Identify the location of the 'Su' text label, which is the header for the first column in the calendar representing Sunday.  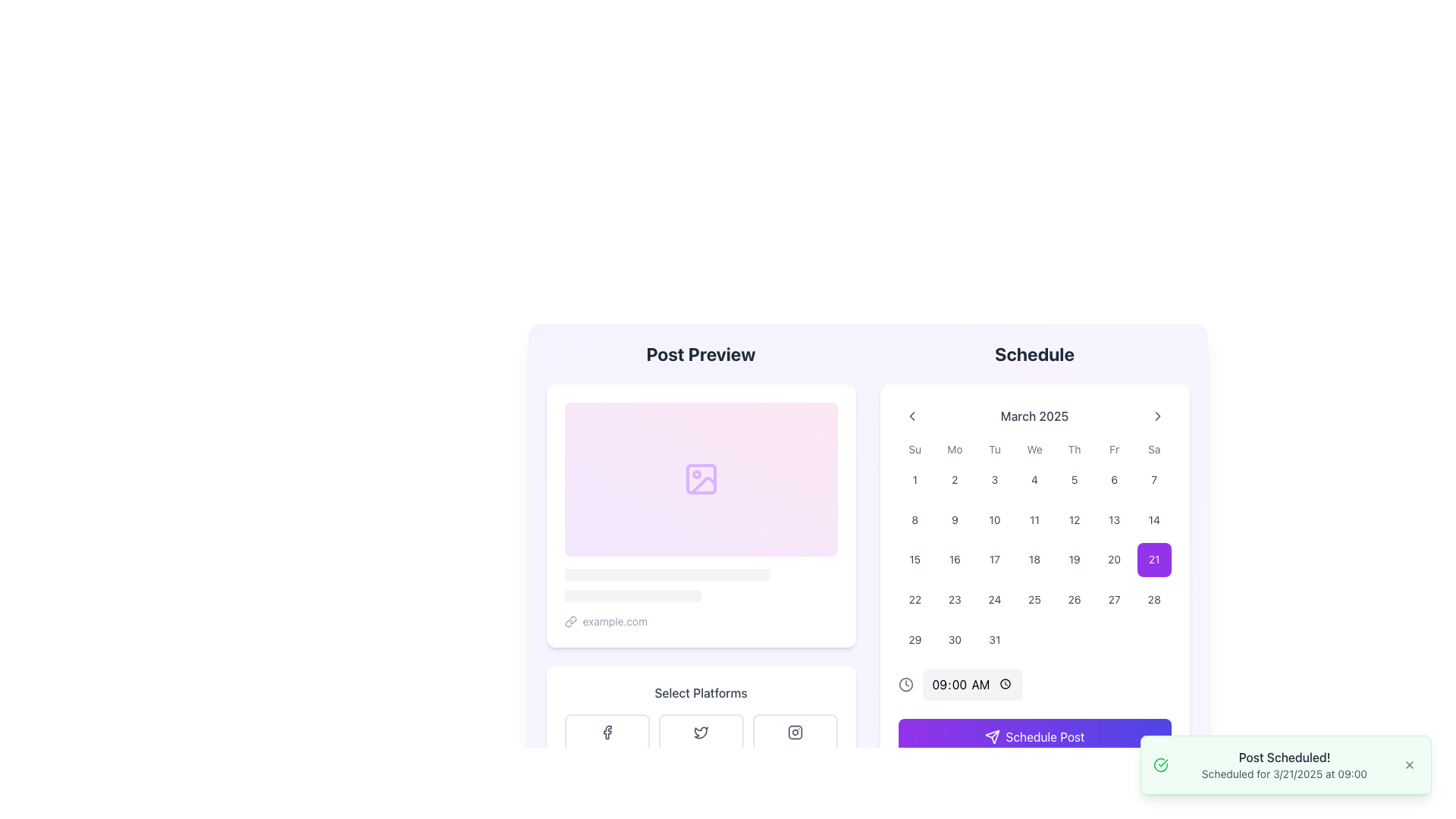
(914, 449).